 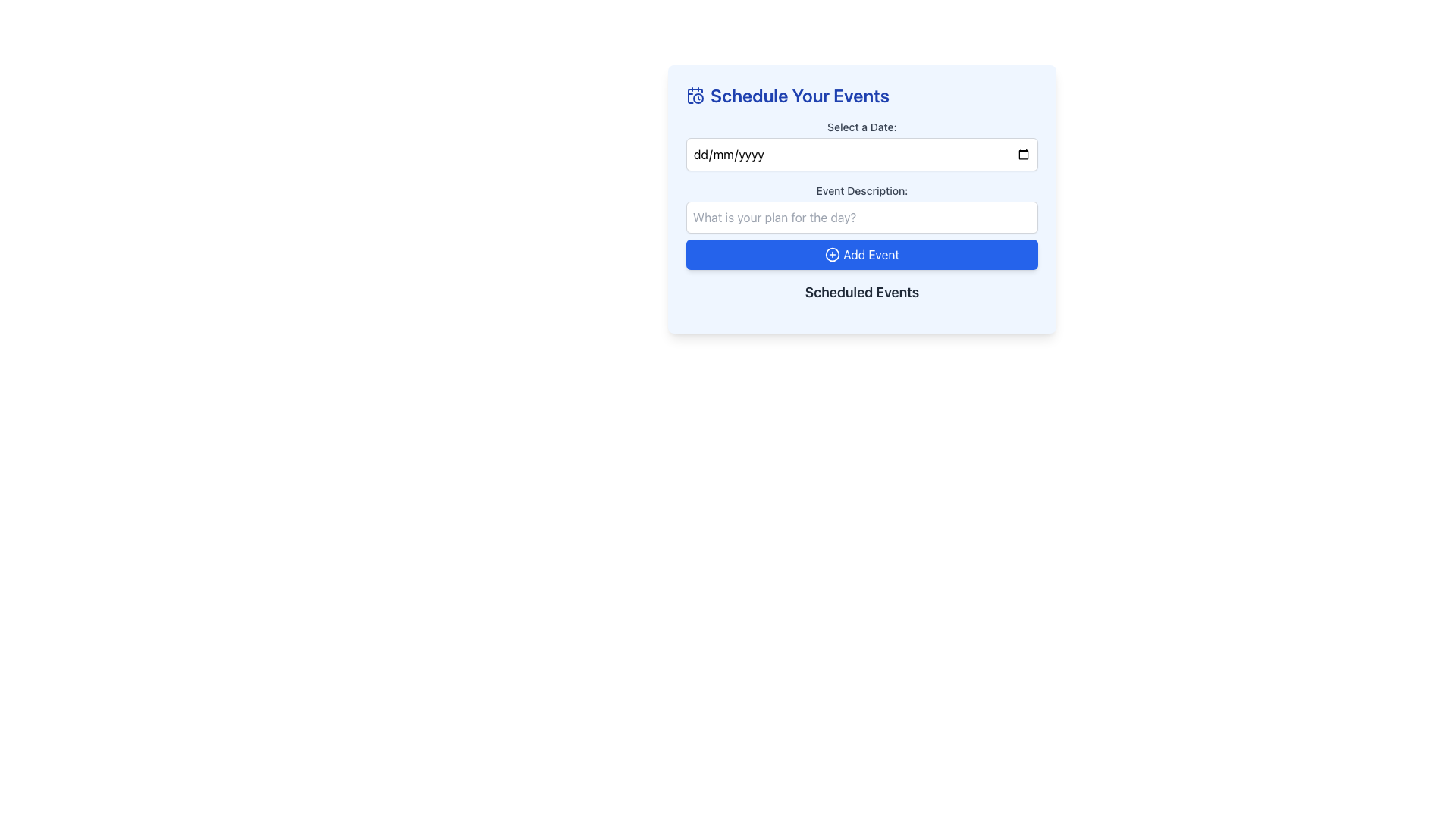 What do you see at coordinates (832, 253) in the screenshot?
I see `the addition icon located inside the 'Add Event' button, which is positioned below the 'Event Description' text input field` at bounding box center [832, 253].